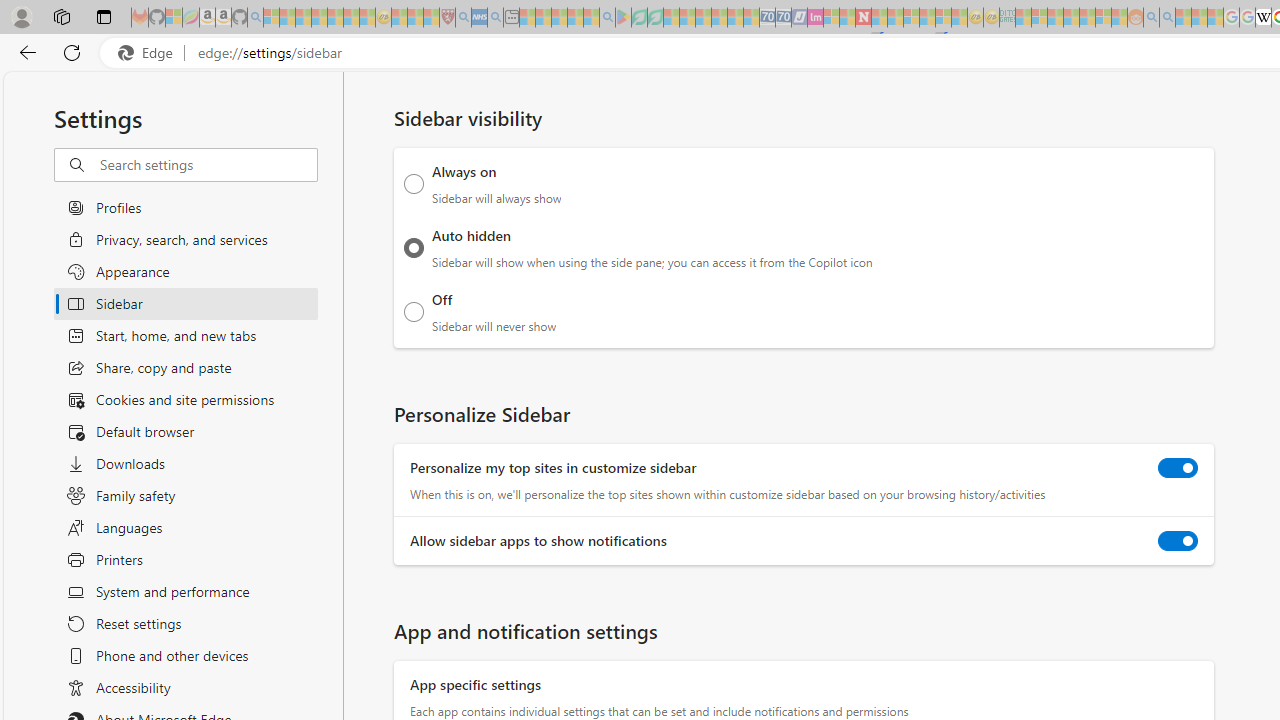 This screenshot has height=720, width=1280. What do you see at coordinates (1178, 541) in the screenshot?
I see `'Allow sidebar apps to show notifications'` at bounding box center [1178, 541].